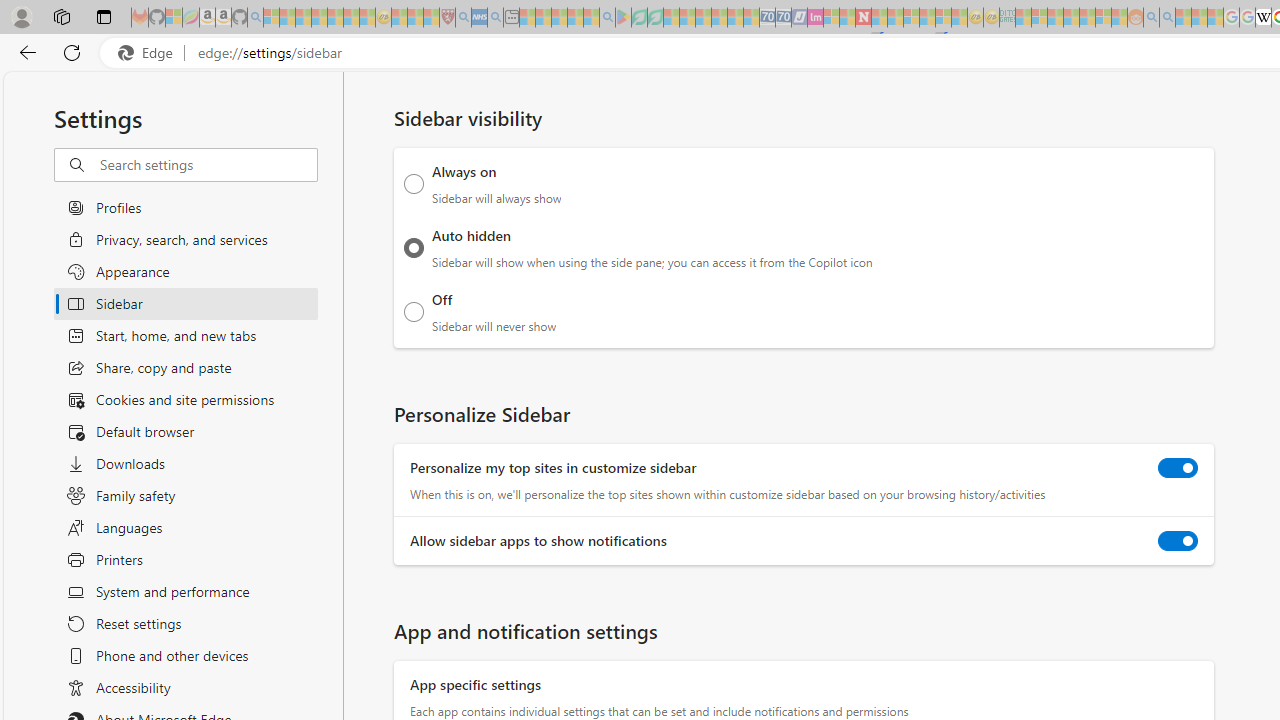 This screenshot has height=720, width=1280. What do you see at coordinates (1178, 541) in the screenshot?
I see `'Allow sidebar apps to show notifications'` at bounding box center [1178, 541].